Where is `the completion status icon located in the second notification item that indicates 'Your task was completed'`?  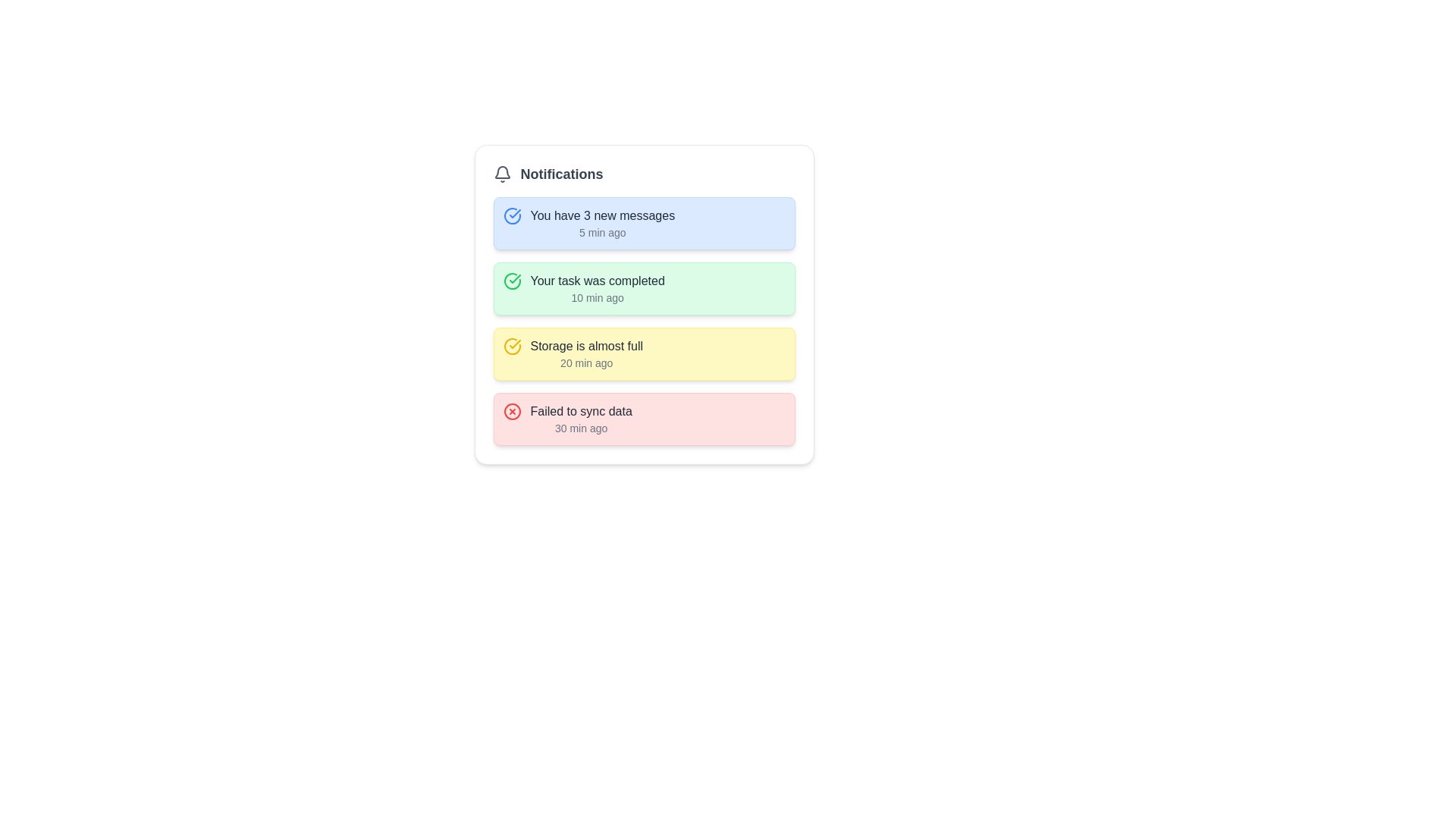 the completion status icon located in the second notification item that indicates 'Your task was completed' is located at coordinates (514, 278).